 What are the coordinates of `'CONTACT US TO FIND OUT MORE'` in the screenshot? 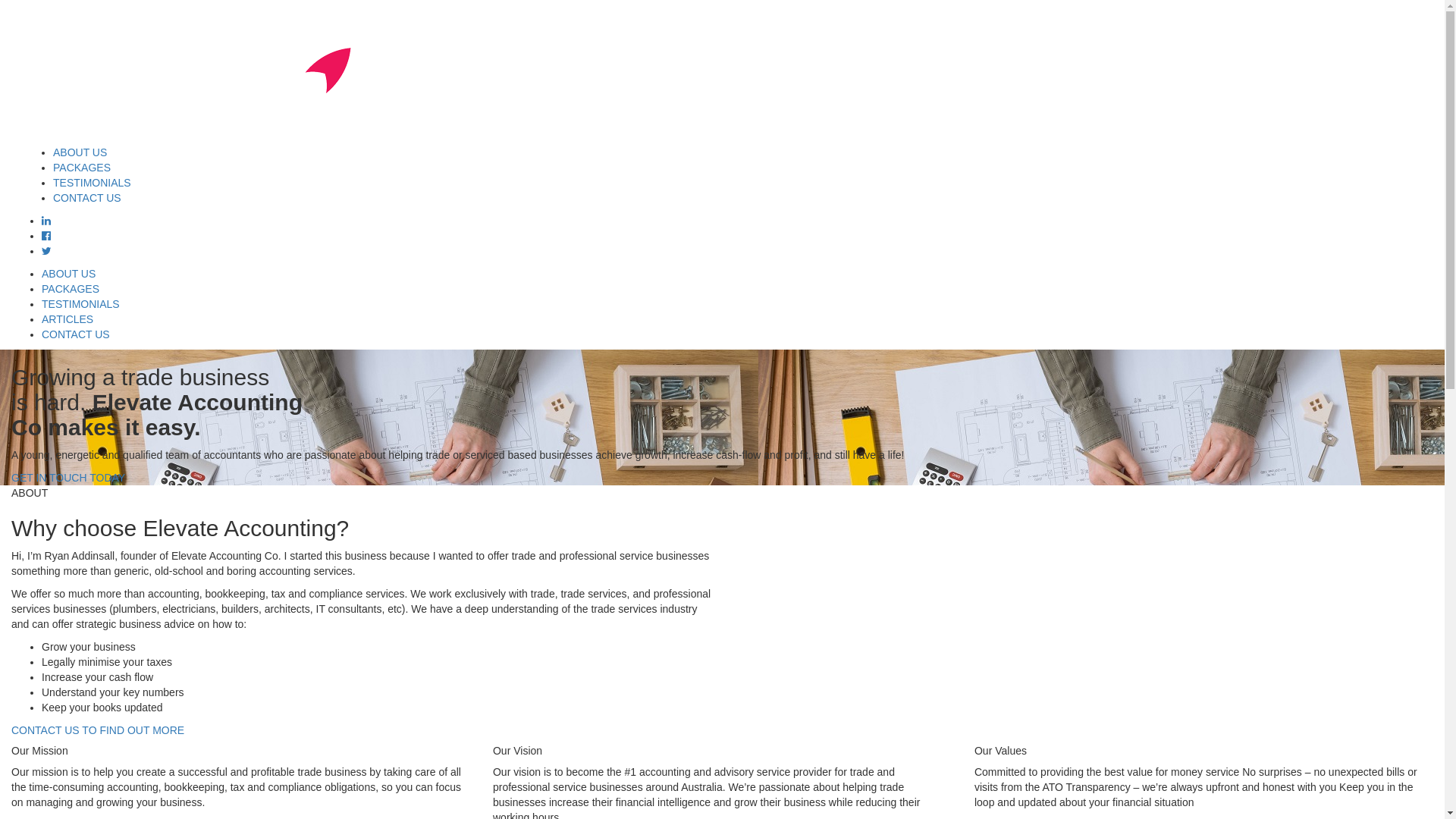 It's located at (97, 730).